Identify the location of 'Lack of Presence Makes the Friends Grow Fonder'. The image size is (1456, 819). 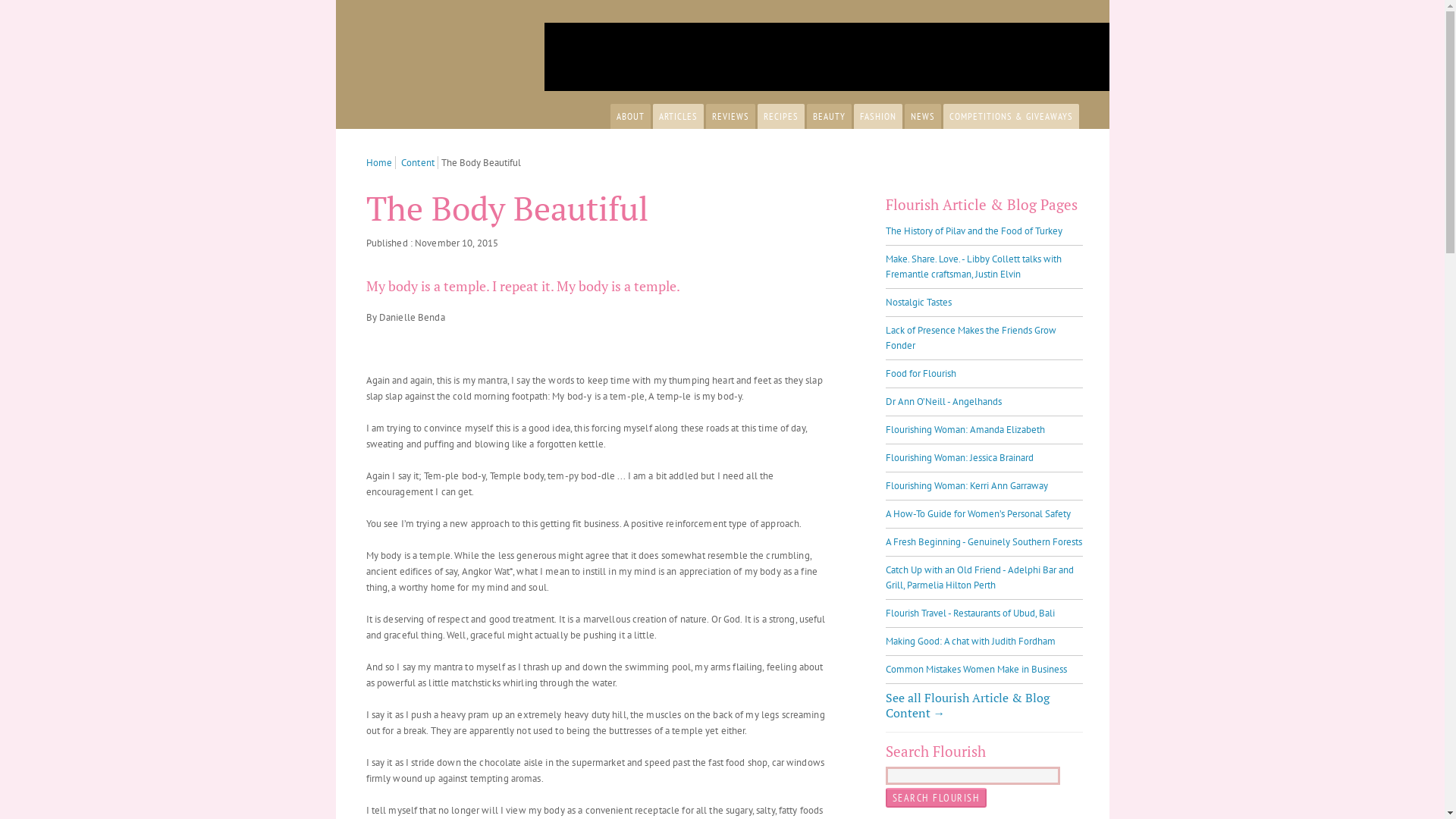
(885, 337).